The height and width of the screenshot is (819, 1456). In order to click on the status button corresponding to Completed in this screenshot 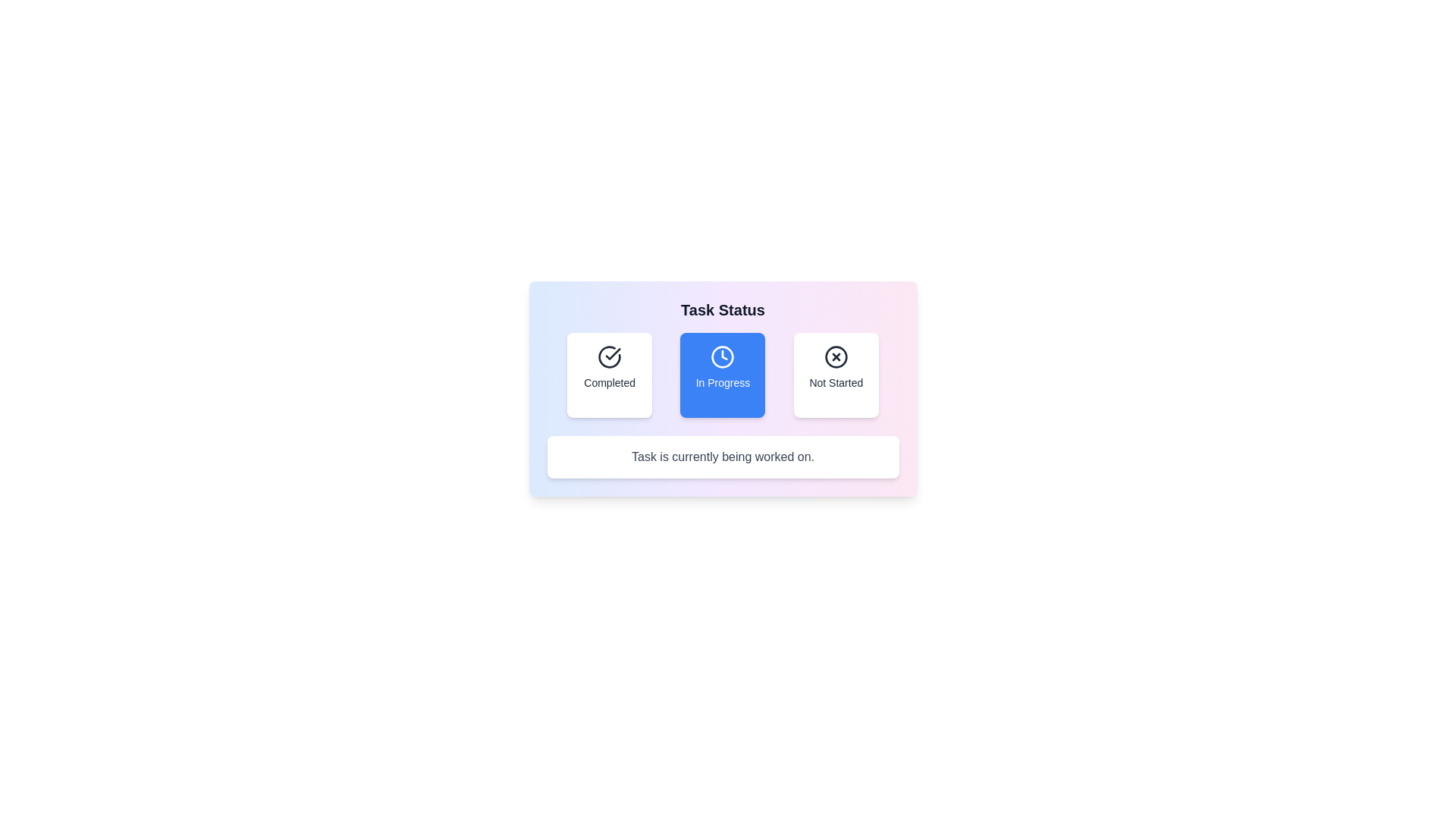, I will do `click(610, 375)`.